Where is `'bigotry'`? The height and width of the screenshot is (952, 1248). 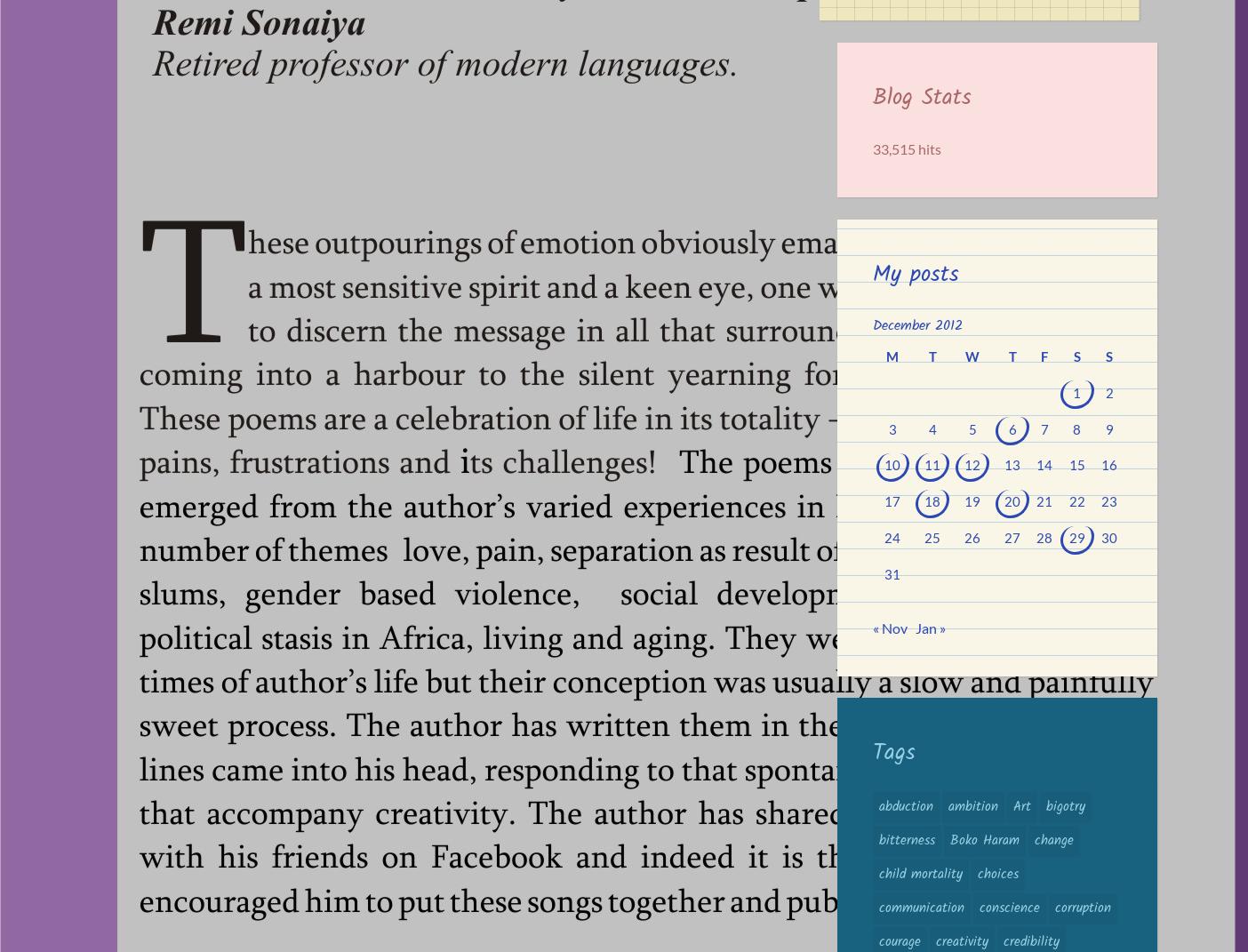 'bigotry' is located at coordinates (1065, 806).